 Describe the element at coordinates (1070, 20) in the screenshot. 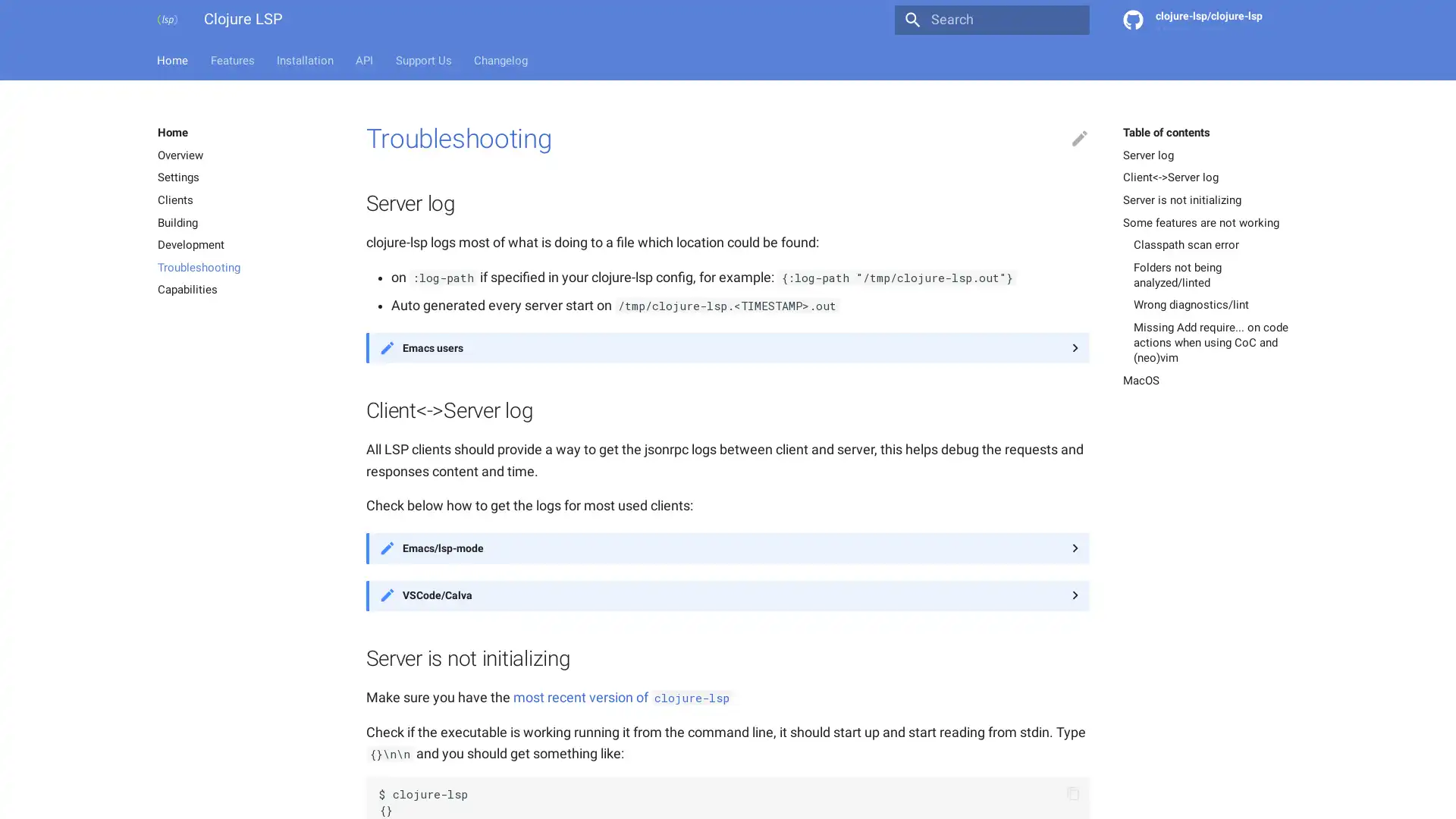

I see `Clear` at that location.